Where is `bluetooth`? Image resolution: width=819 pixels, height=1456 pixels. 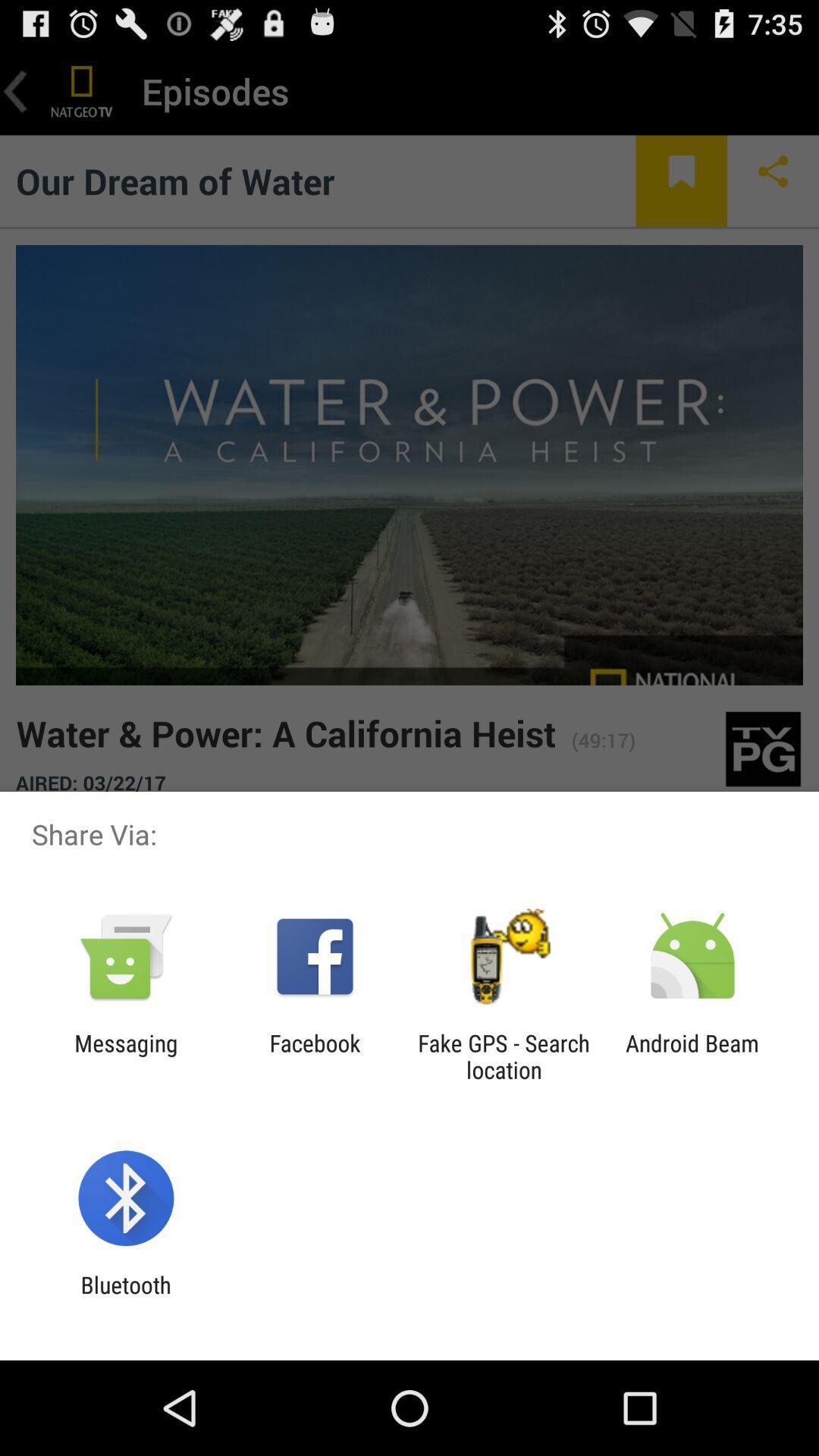
bluetooth is located at coordinates (125, 1298).